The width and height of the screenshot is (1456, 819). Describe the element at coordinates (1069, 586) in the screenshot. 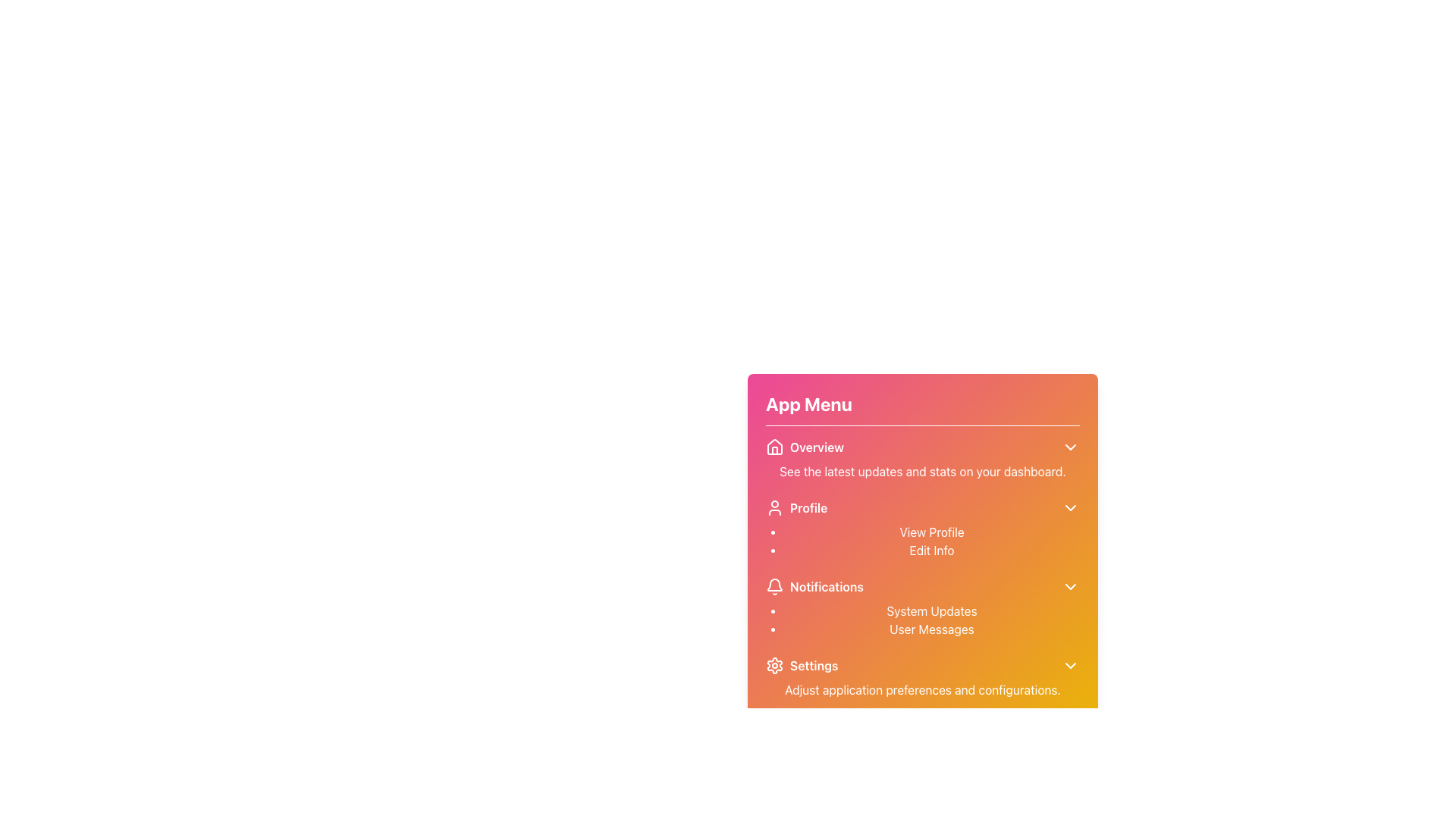

I see `the Dropdown toggle icon on the rightmost position of the 'Notifications' row to indicate that the section can be expanded or collapsed` at that location.